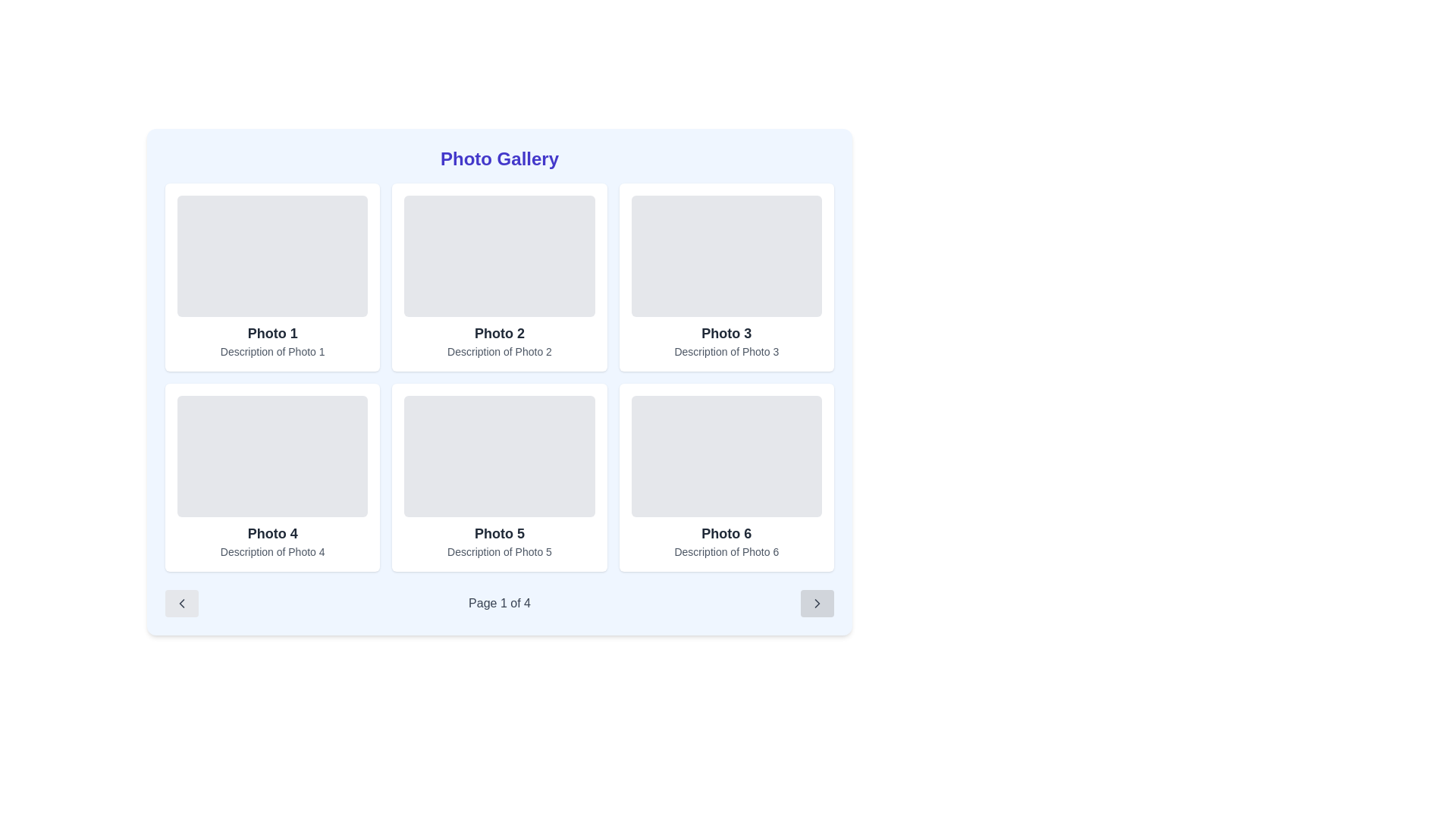  I want to click on the static text label reading 'Description of Photo 4', which is styled in a smaller gray font and located at the bottom of the 'Photo 4' grid item, so click(272, 552).